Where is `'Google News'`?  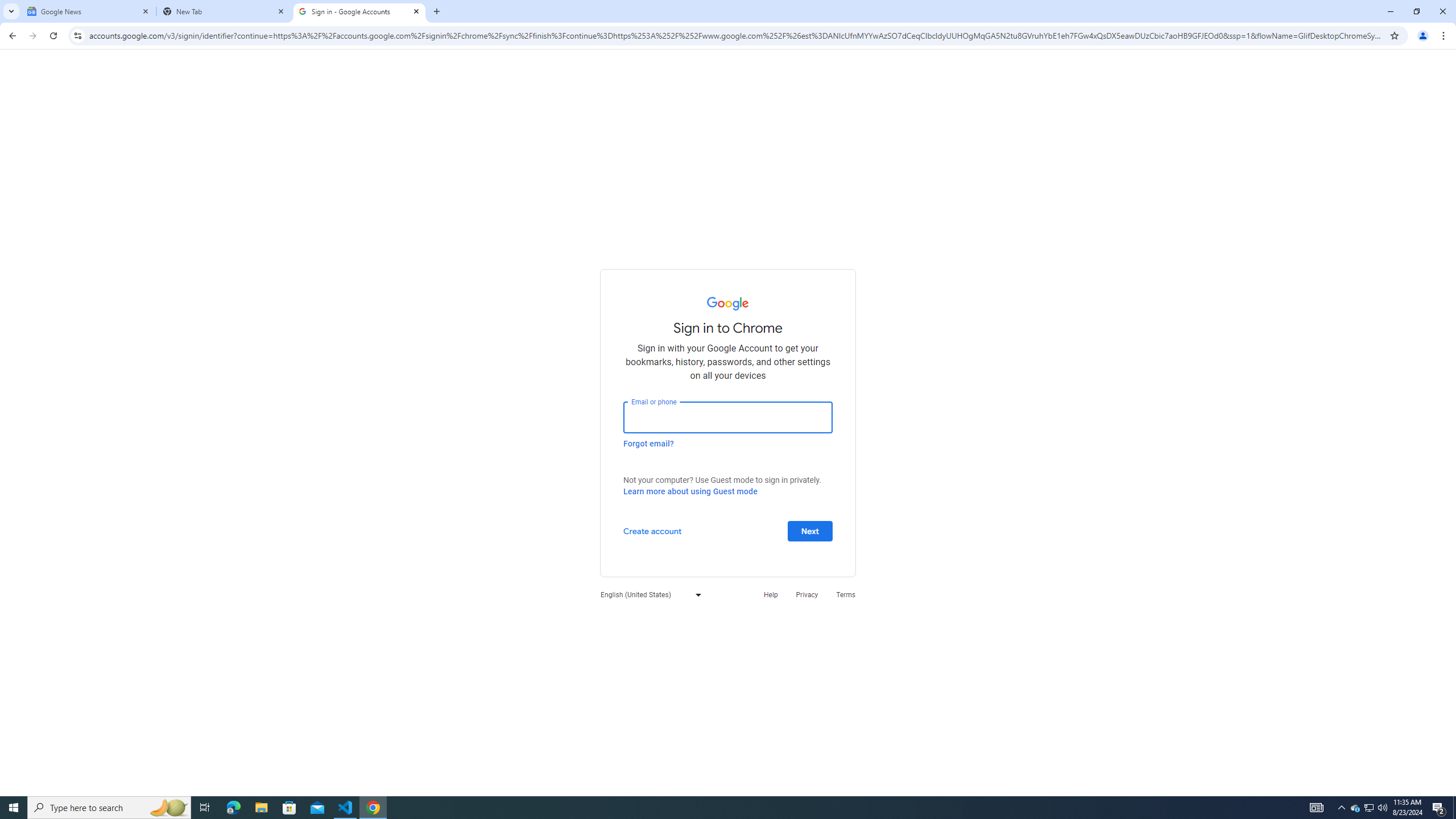 'Google News' is located at coordinates (88, 11).